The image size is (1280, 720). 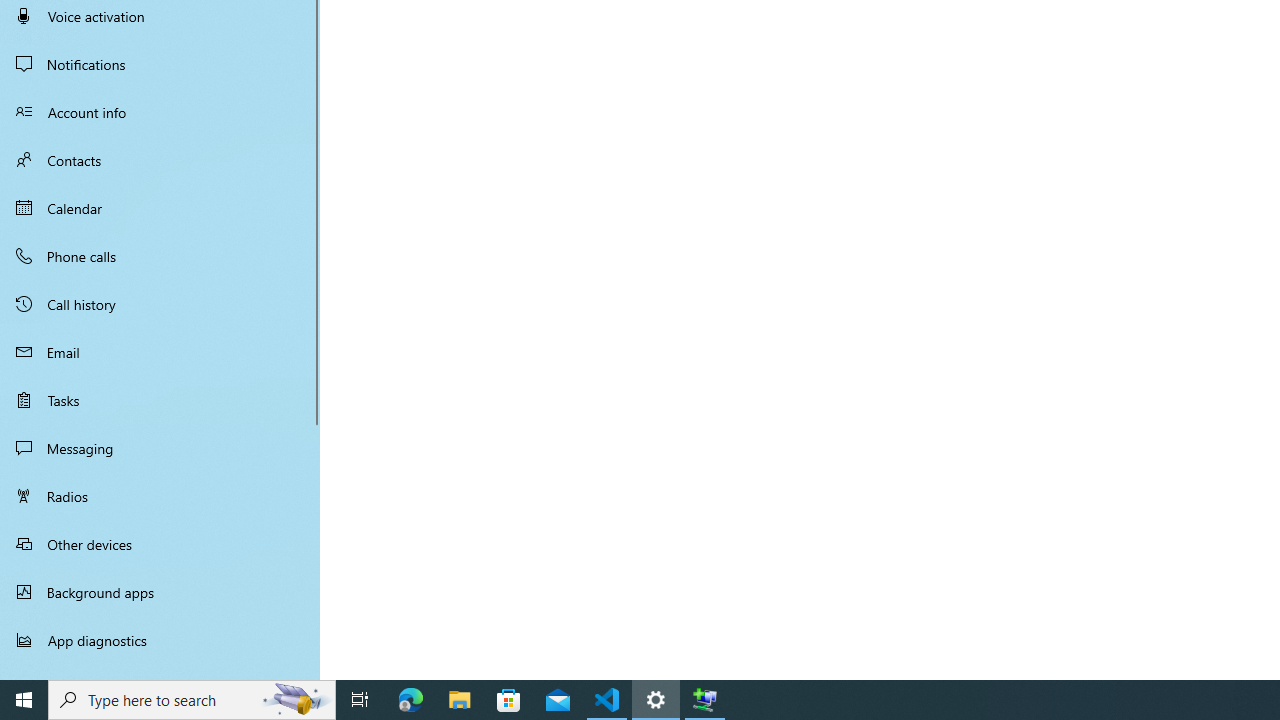 I want to click on 'Other devices', so click(x=160, y=543).